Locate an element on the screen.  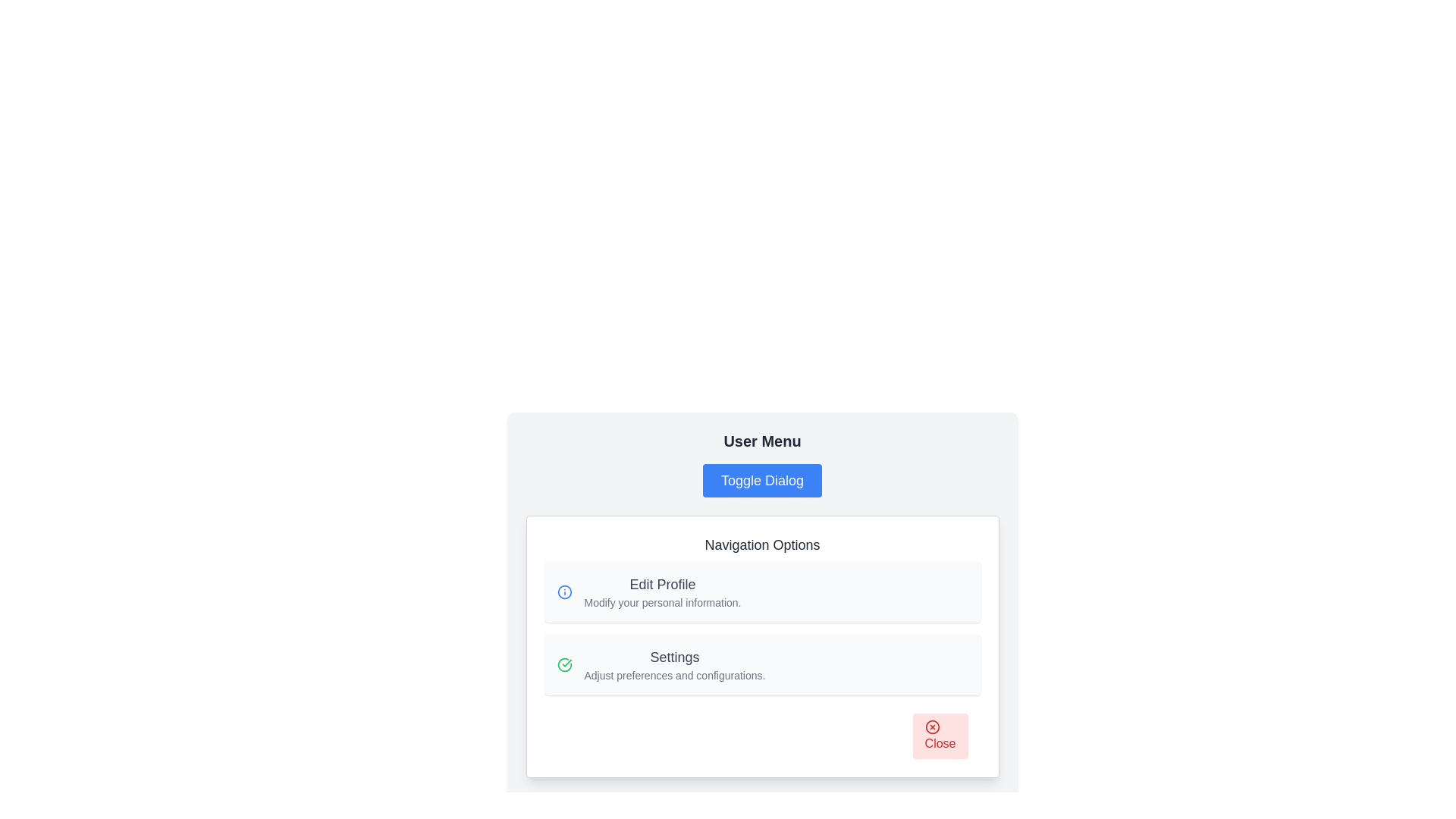
the close button located at the bottom-right of the dialog is located at coordinates (940, 736).